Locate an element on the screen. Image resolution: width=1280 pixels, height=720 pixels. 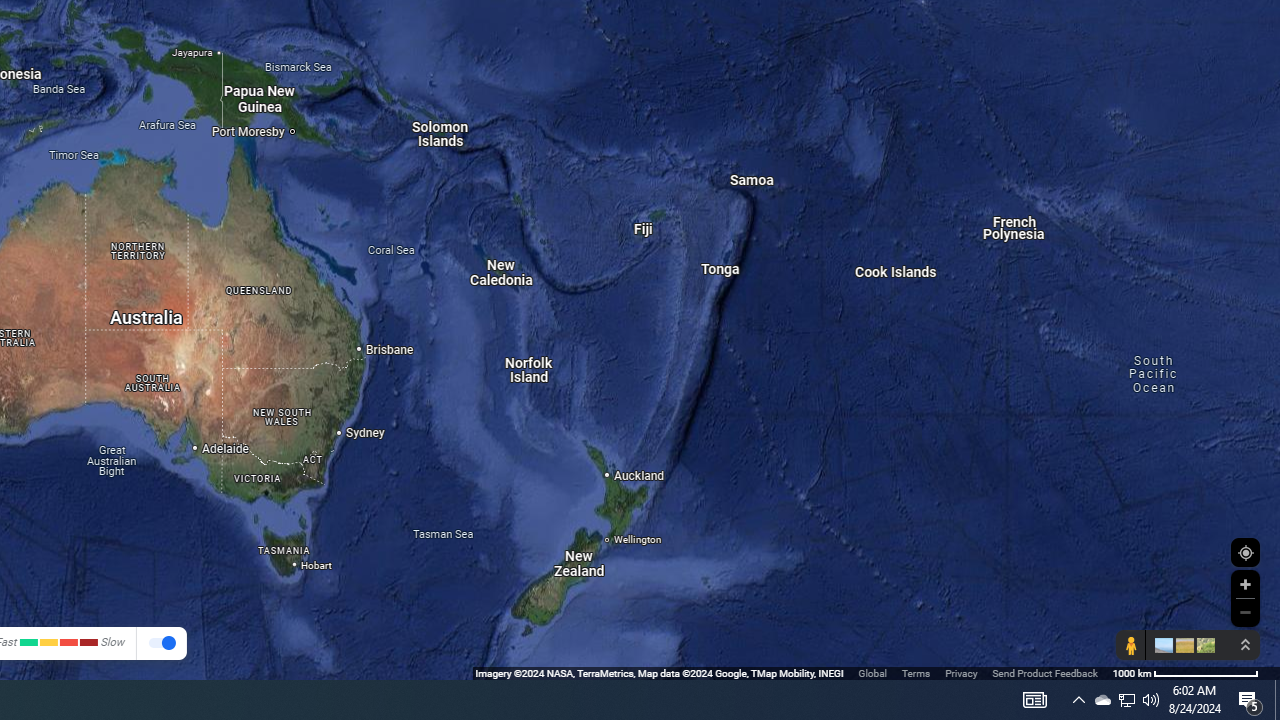
'Show imagery' is located at coordinates (1202, 645).